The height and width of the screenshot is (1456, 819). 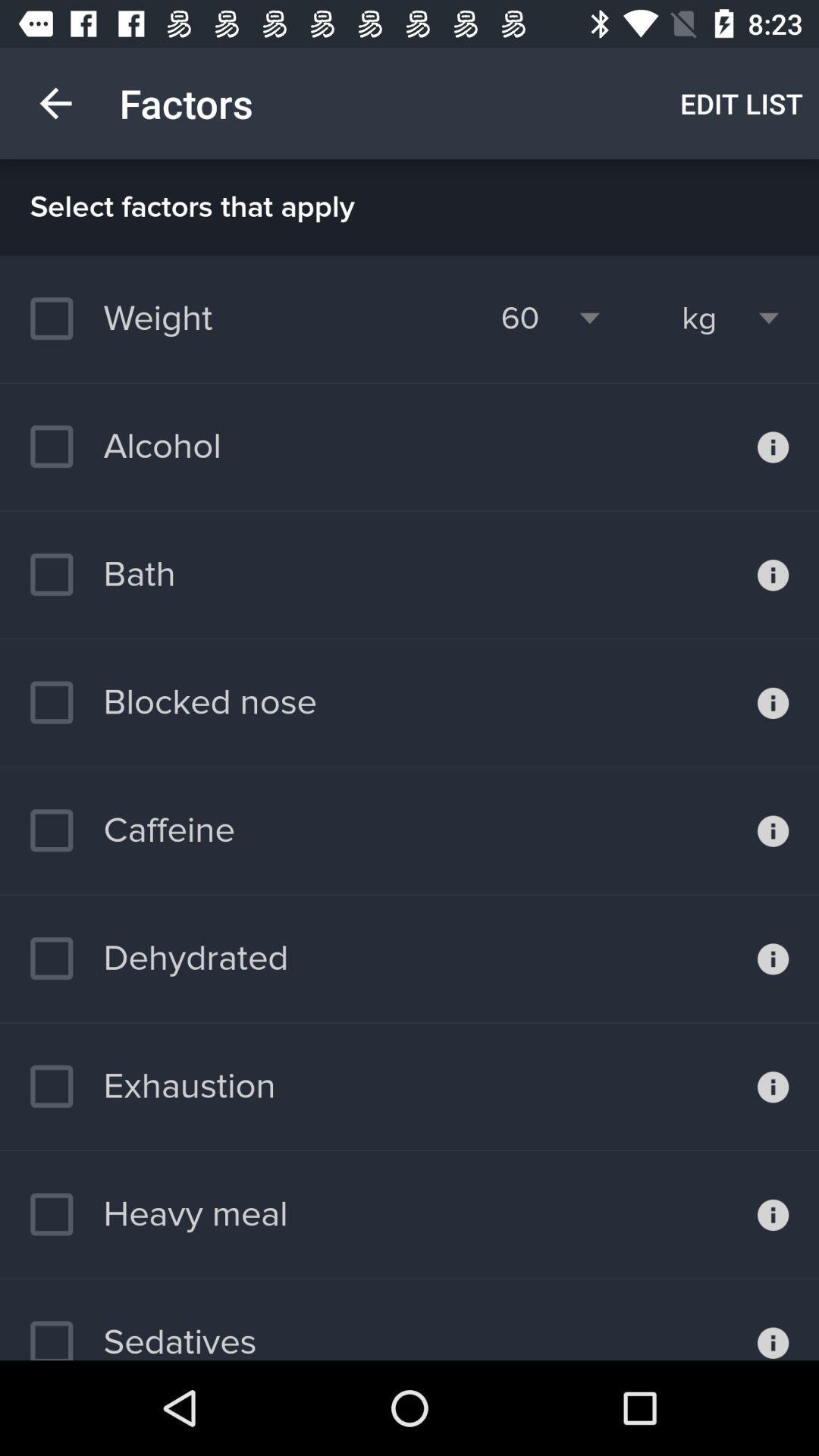 What do you see at coordinates (773, 830) in the screenshot?
I see `more information` at bounding box center [773, 830].